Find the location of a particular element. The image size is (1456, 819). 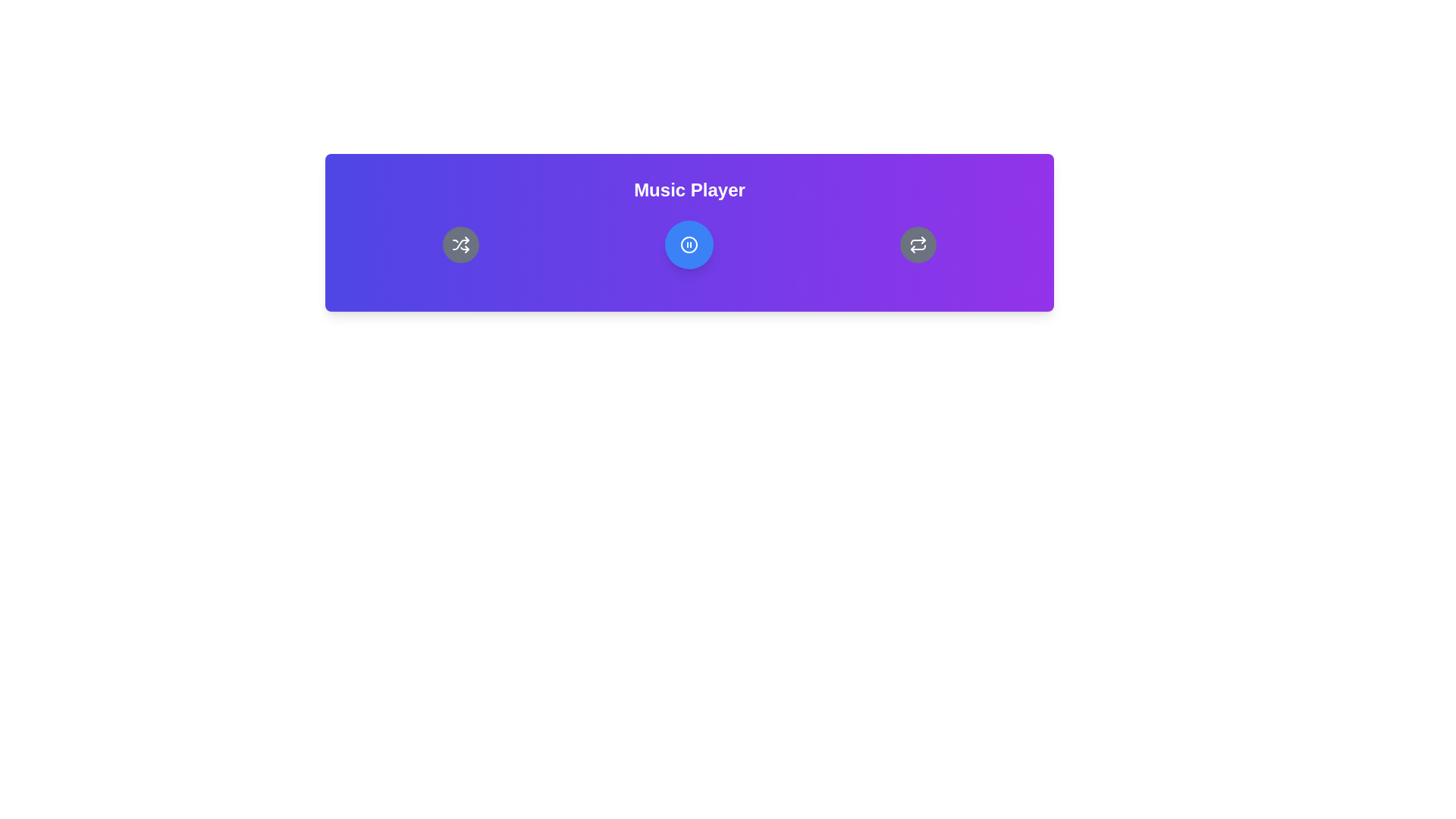

the blue circular button in the music player component is located at coordinates (689, 244).